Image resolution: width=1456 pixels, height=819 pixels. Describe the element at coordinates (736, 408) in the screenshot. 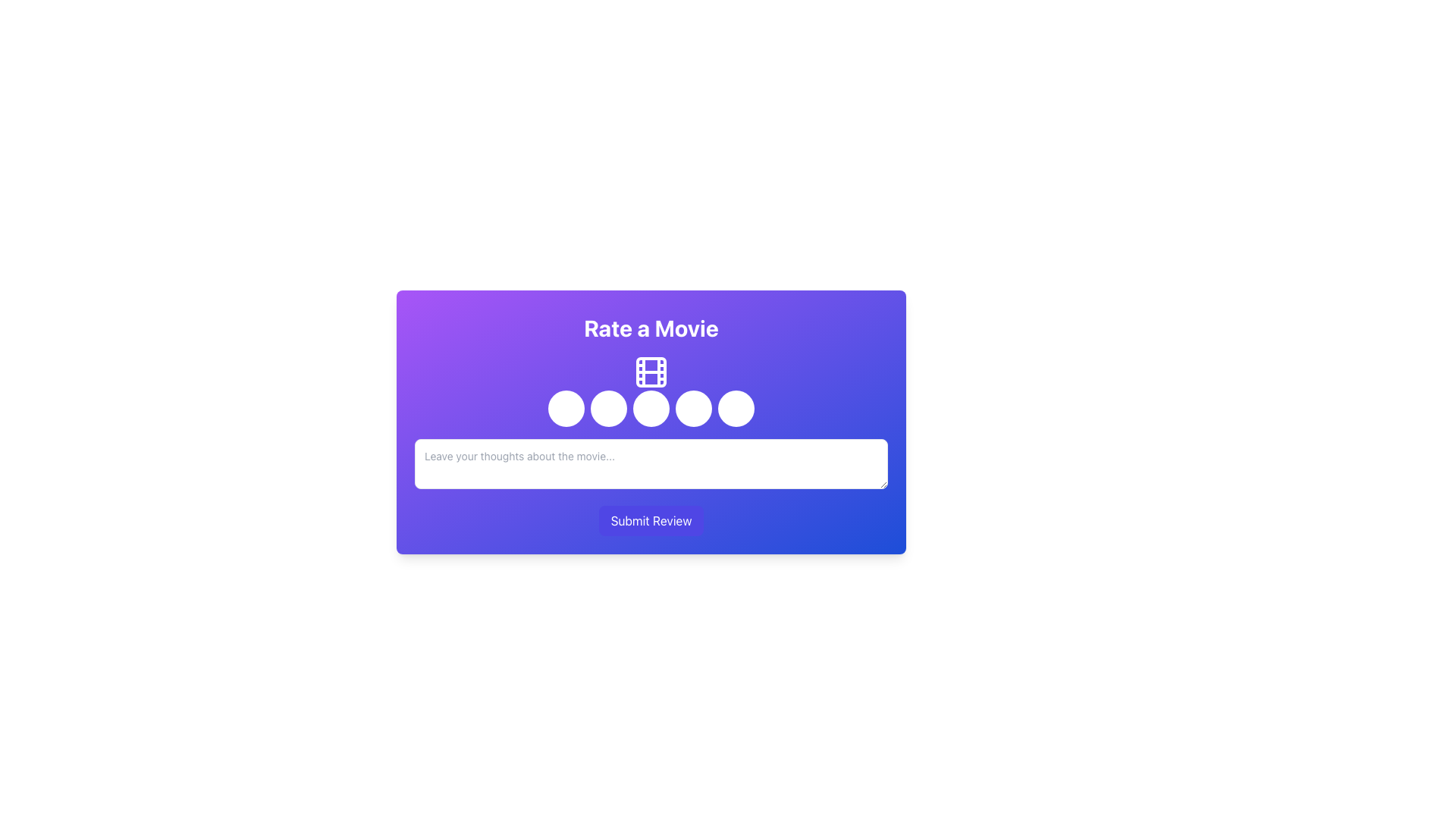

I see `the last rating button in the set of five buttons located below the 'Rate a Movie' title for a visual effect` at that location.